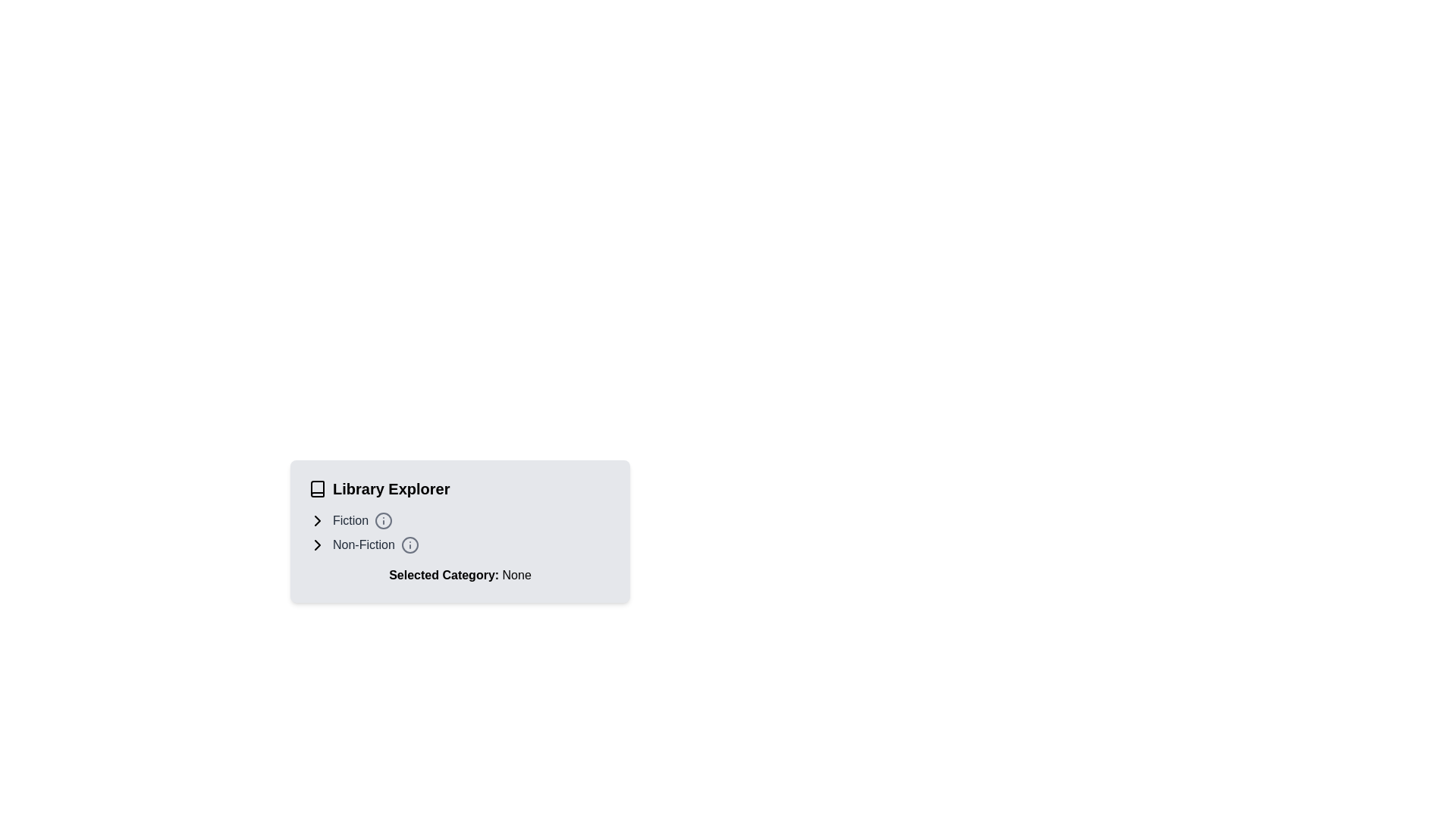  What do you see at coordinates (384, 519) in the screenshot?
I see `the circular icon with a gray border located near the 'Fiction' text in the 'Library Explorer' section` at bounding box center [384, 519].